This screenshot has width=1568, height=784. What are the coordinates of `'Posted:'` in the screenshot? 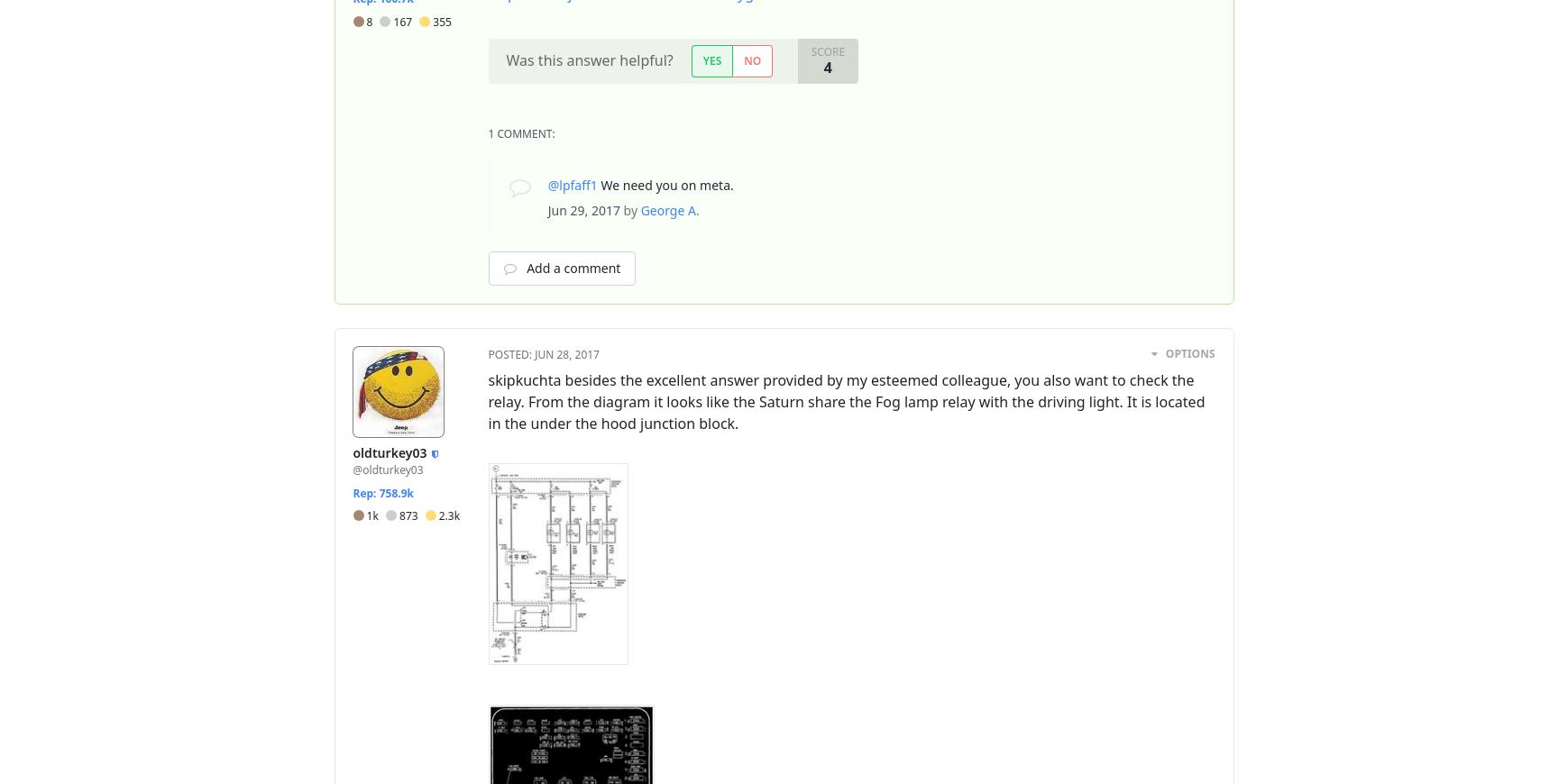 It's located at (510, 354).